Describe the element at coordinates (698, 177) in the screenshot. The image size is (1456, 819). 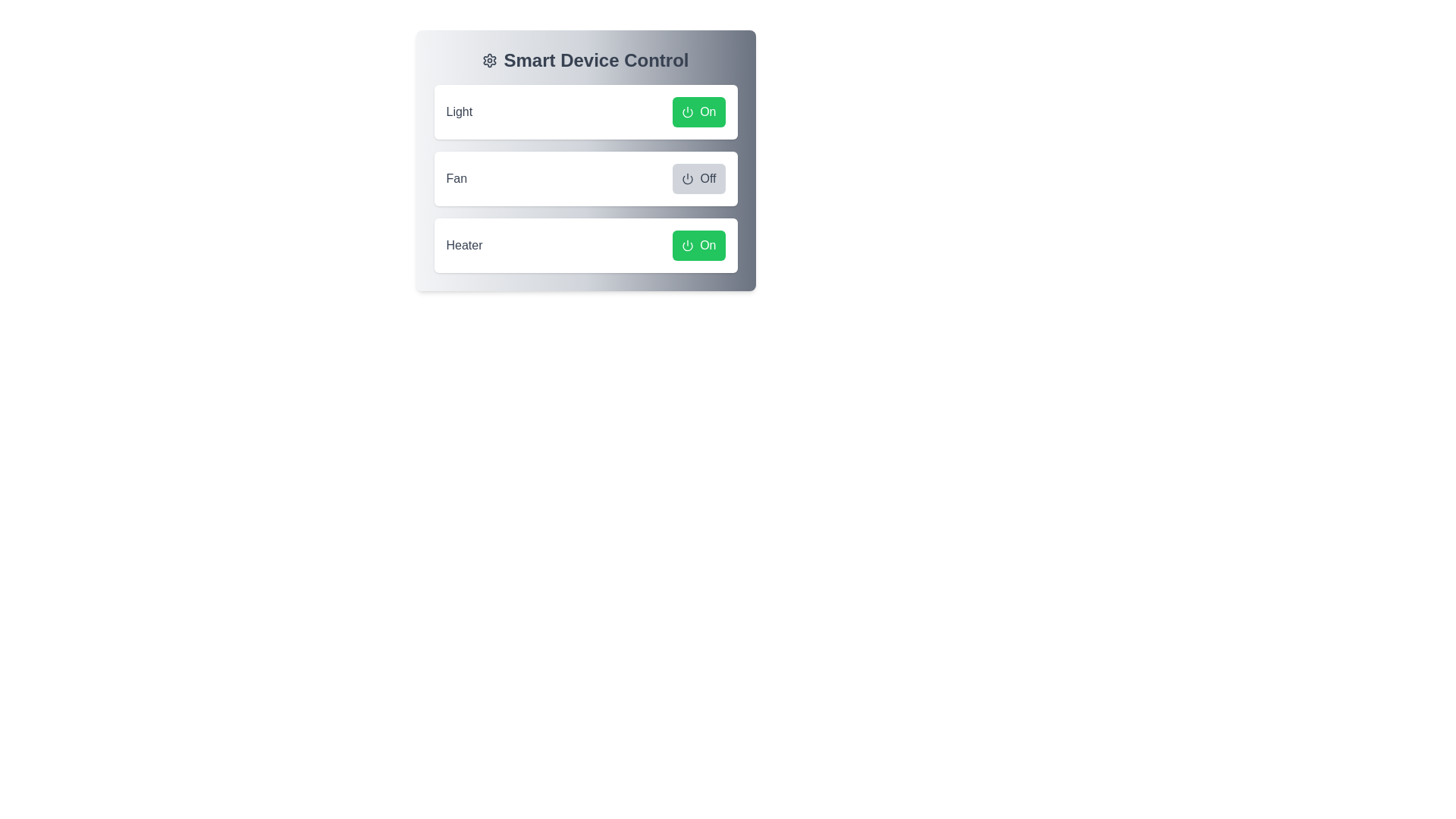
I see `the button labeled 'Off' for the 'Fan' device` at that location.